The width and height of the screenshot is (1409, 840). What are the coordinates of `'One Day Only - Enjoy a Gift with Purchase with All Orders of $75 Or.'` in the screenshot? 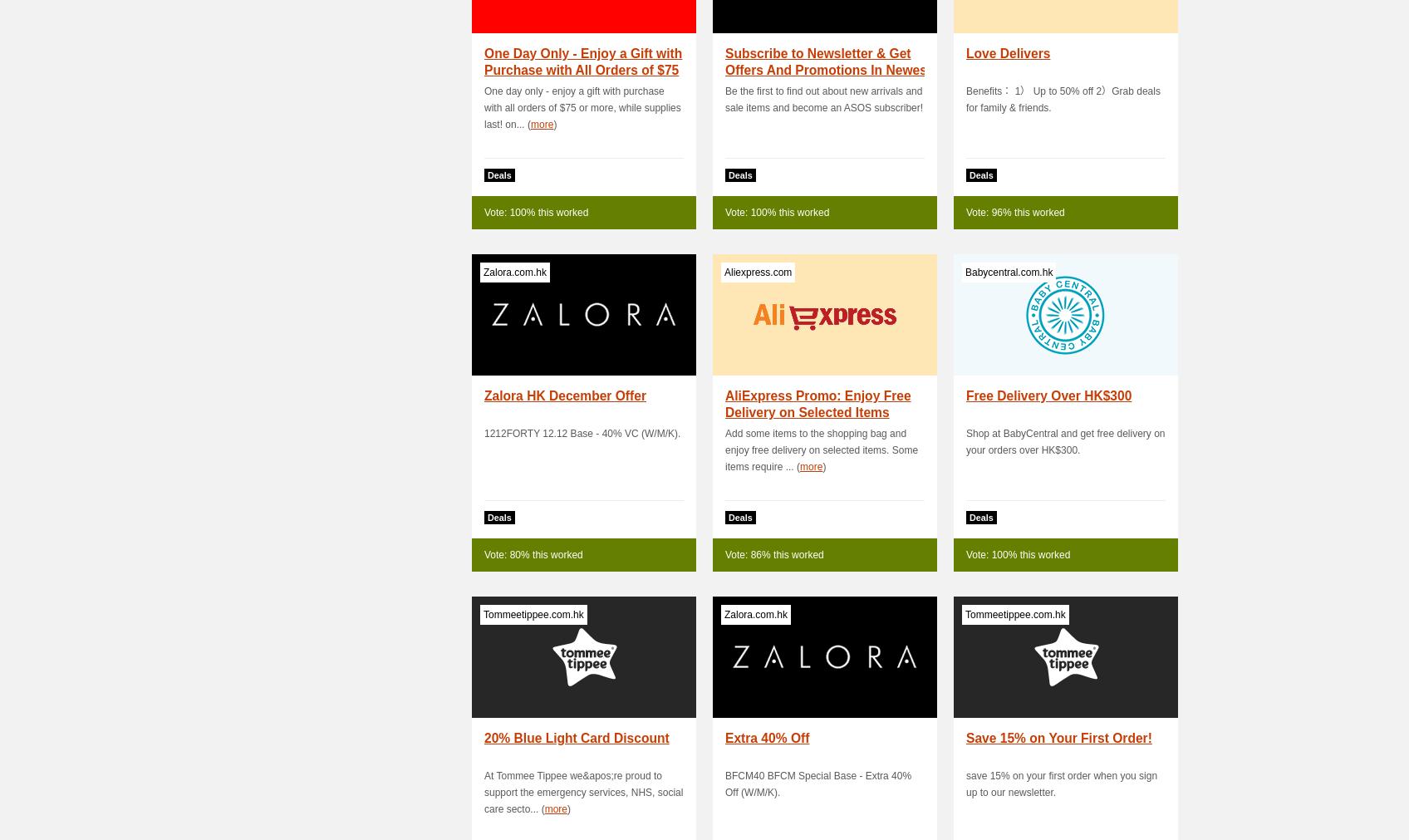 It's located at (582, 69).